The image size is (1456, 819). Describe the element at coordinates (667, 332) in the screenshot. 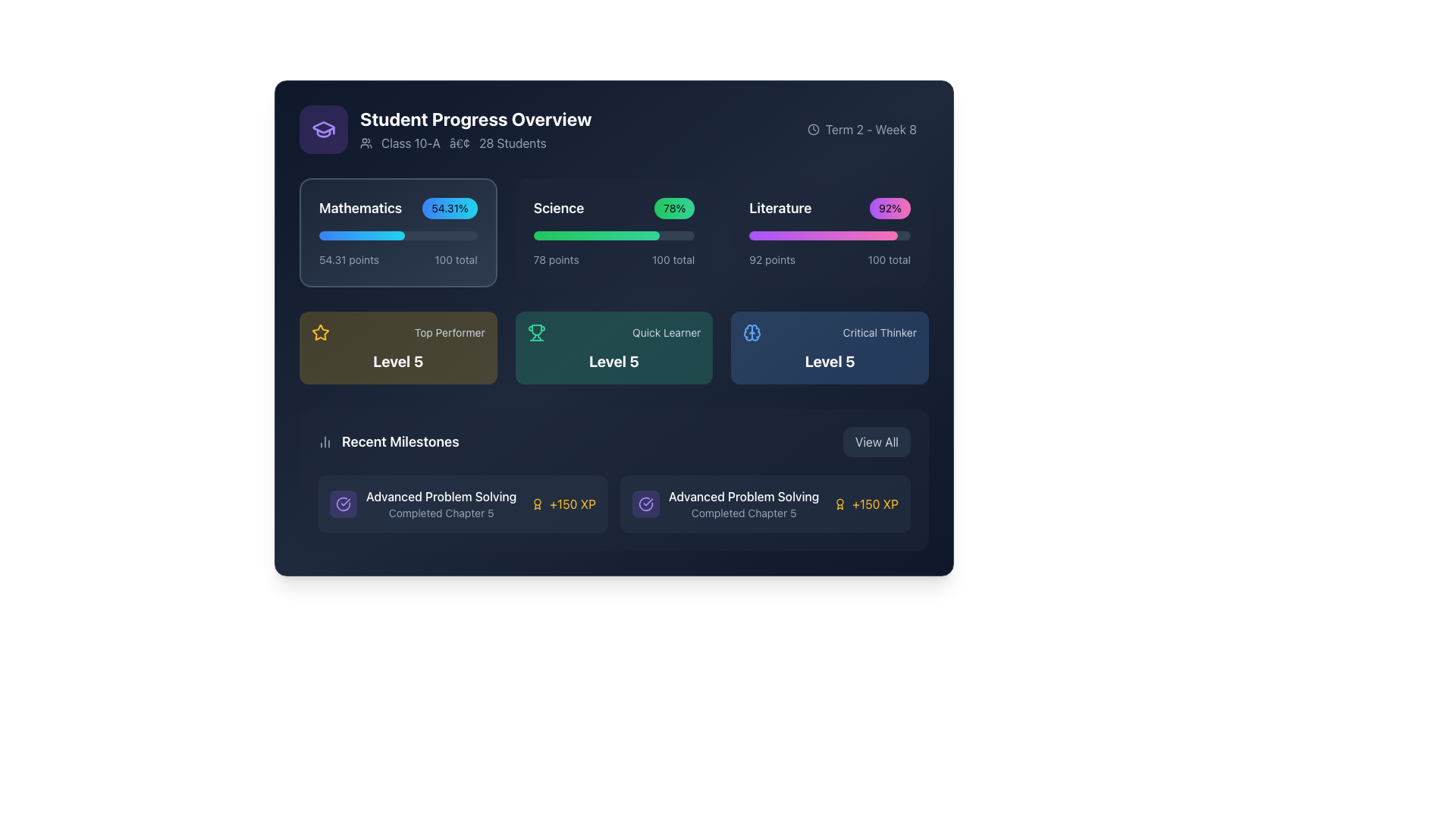

I see `the 'Quick Learner' static text label that signifies an earned title or badge, located in the center of the 'Level 5' green card` at that location.